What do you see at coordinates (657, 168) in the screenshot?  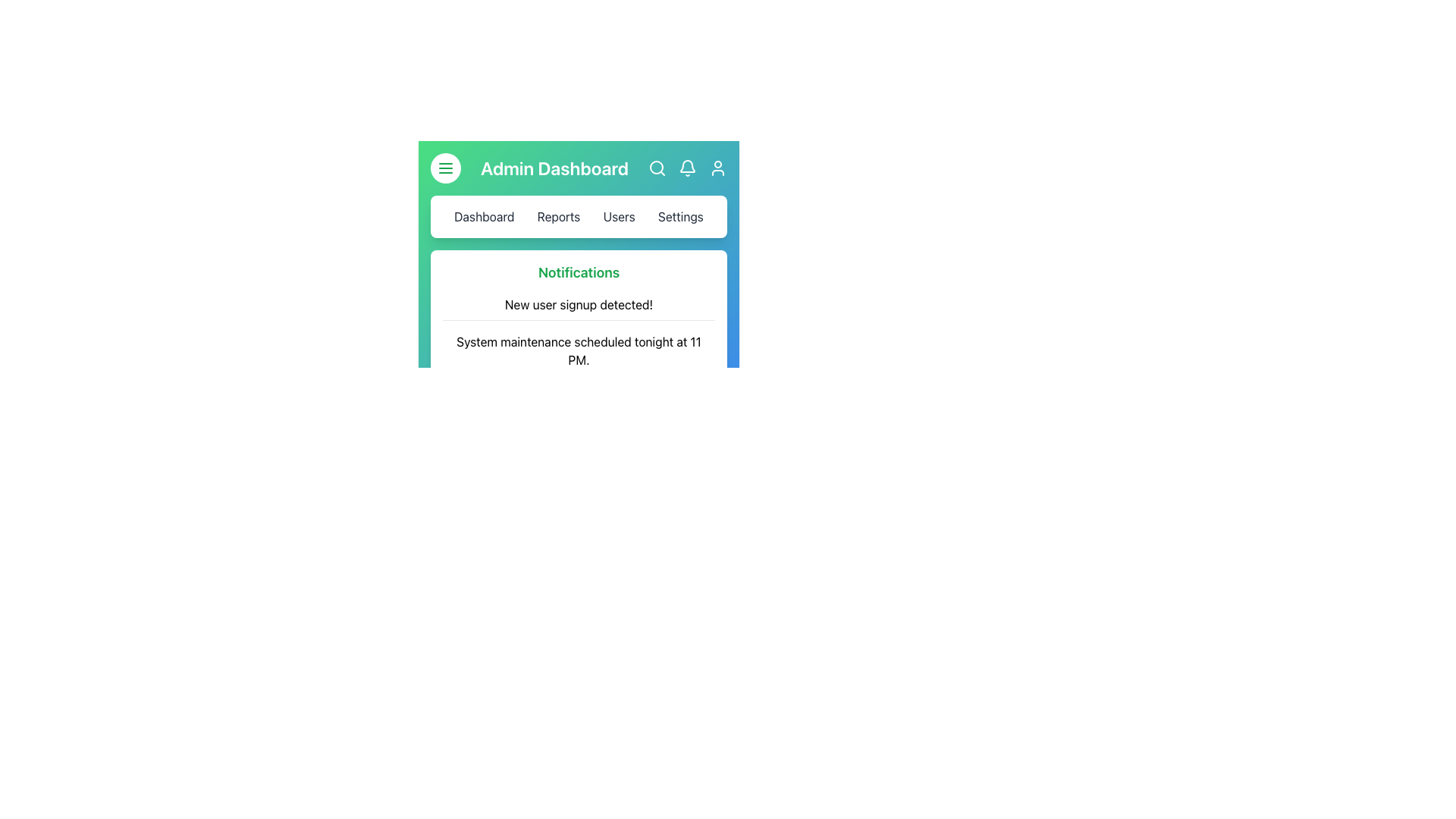 I see `the magnifying glass icon representing the search button, which is styled with white on a turquoise background and located` at bounding box center [657, 168].